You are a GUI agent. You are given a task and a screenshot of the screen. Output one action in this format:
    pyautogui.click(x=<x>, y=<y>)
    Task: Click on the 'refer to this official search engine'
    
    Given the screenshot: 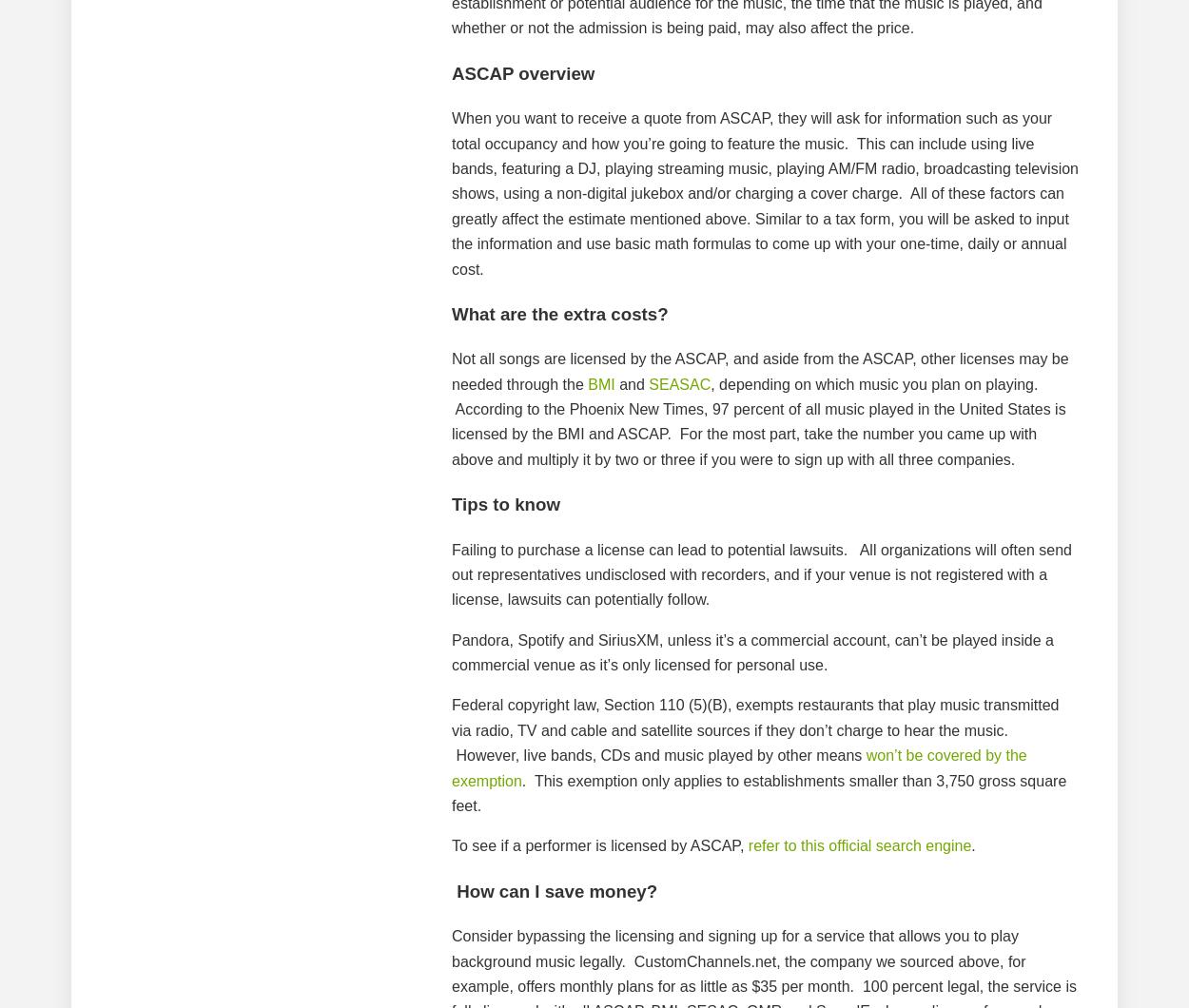 What is the action you would take?
    pyautogui.click(x=859, y=845)
    